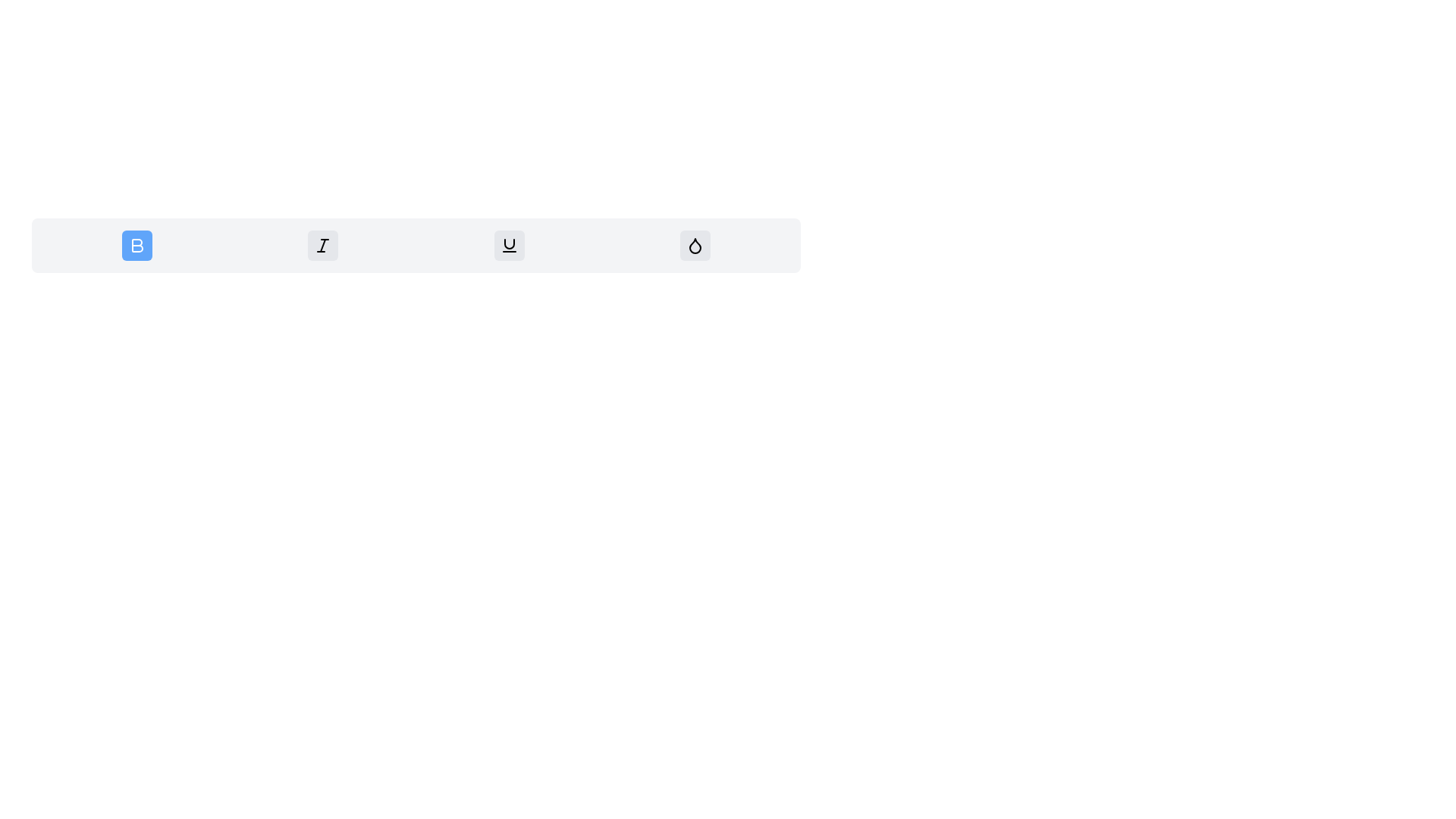 The image size is (1456, 819). I want to click on the small, gray, italicized 'I' icon button in the horizontal toolbar, so click(322, 245).